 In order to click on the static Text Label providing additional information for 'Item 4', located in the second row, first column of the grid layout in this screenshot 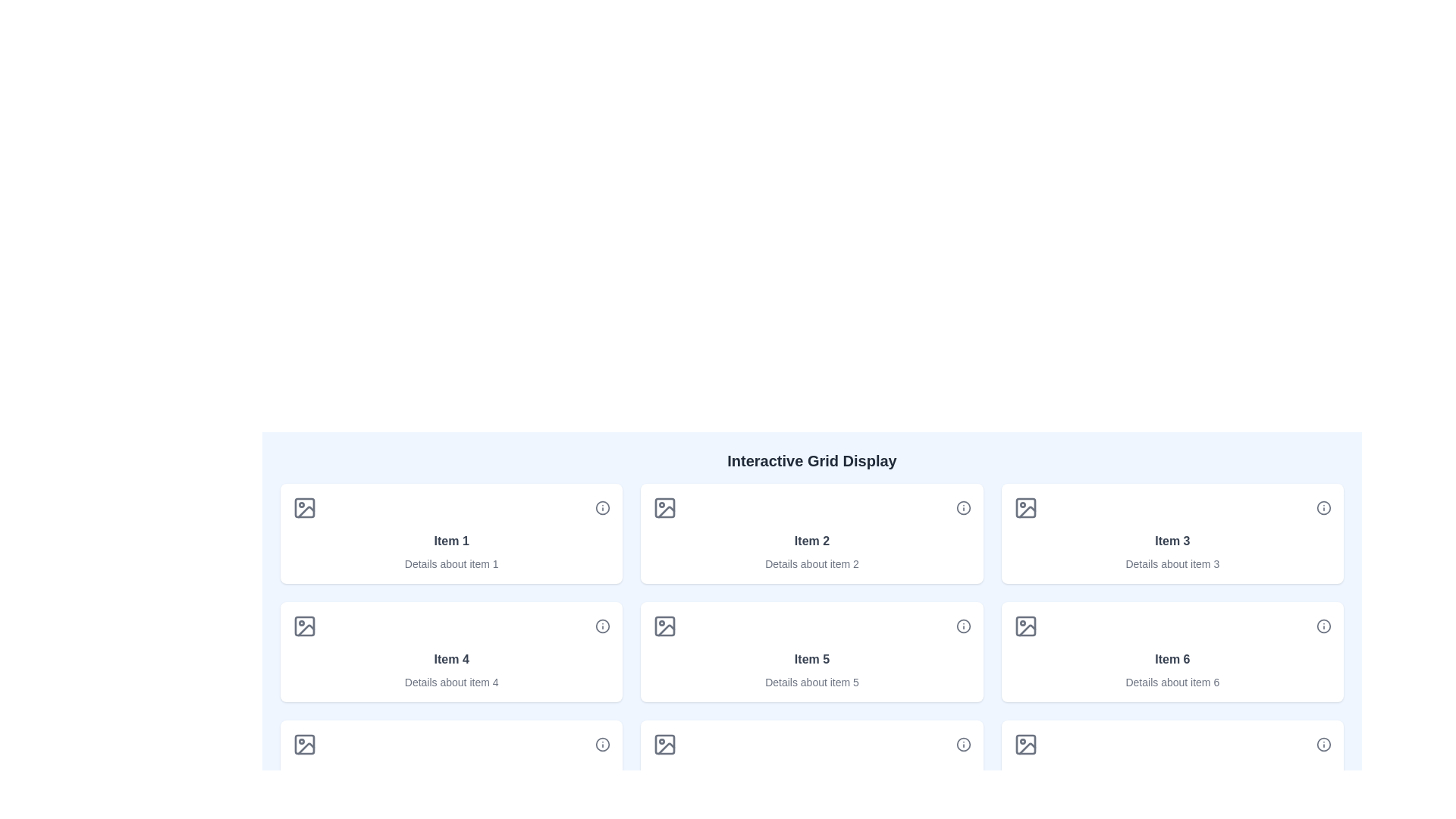, I will do `click(450, 681)`.